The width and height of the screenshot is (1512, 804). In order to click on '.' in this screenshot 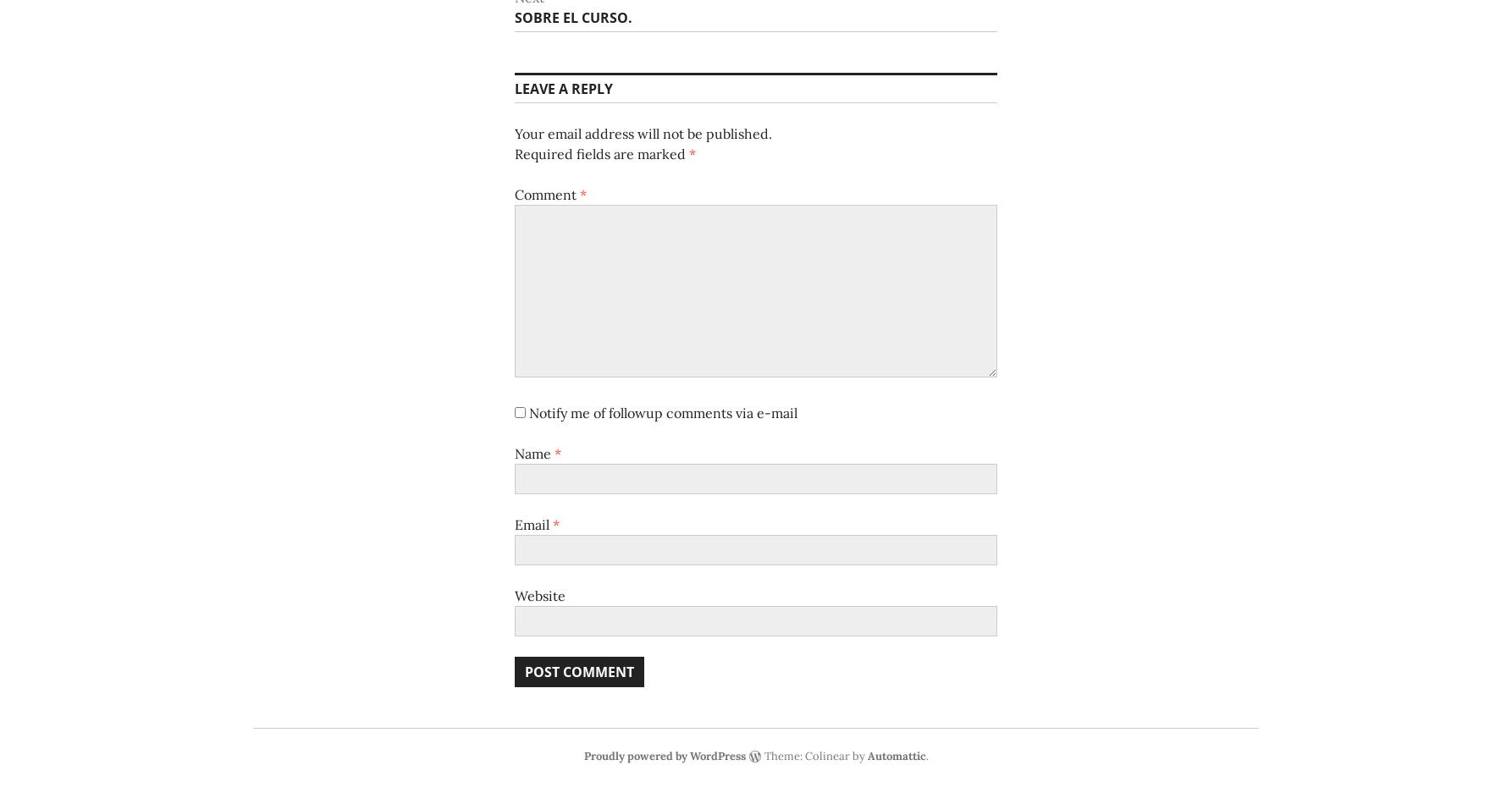, I will do `click(924, 755)`.